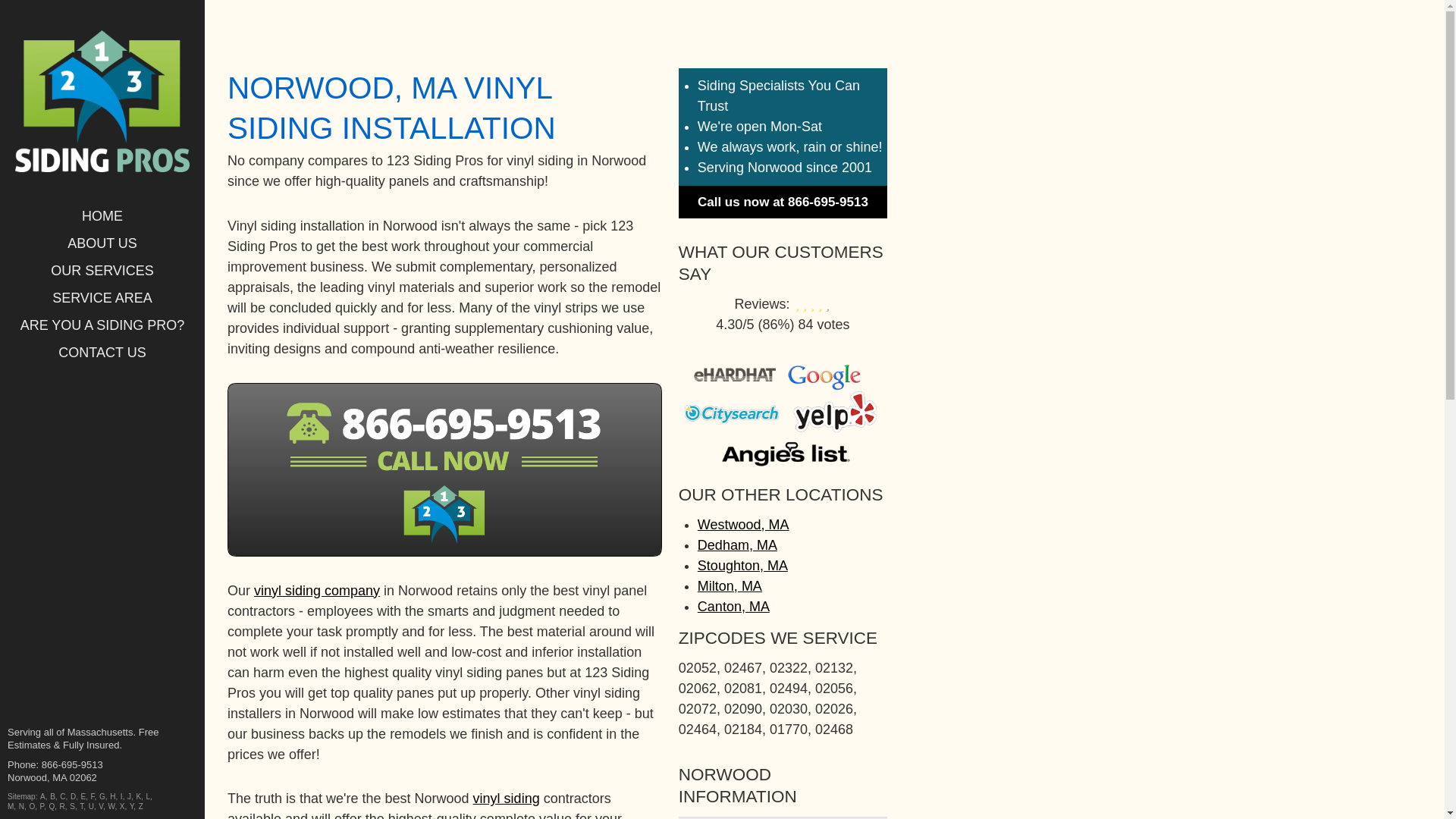 The image size is (1456, 819). Describe the element at coordinates (59, 805) in the screenshot. I see `'R'` at that location.